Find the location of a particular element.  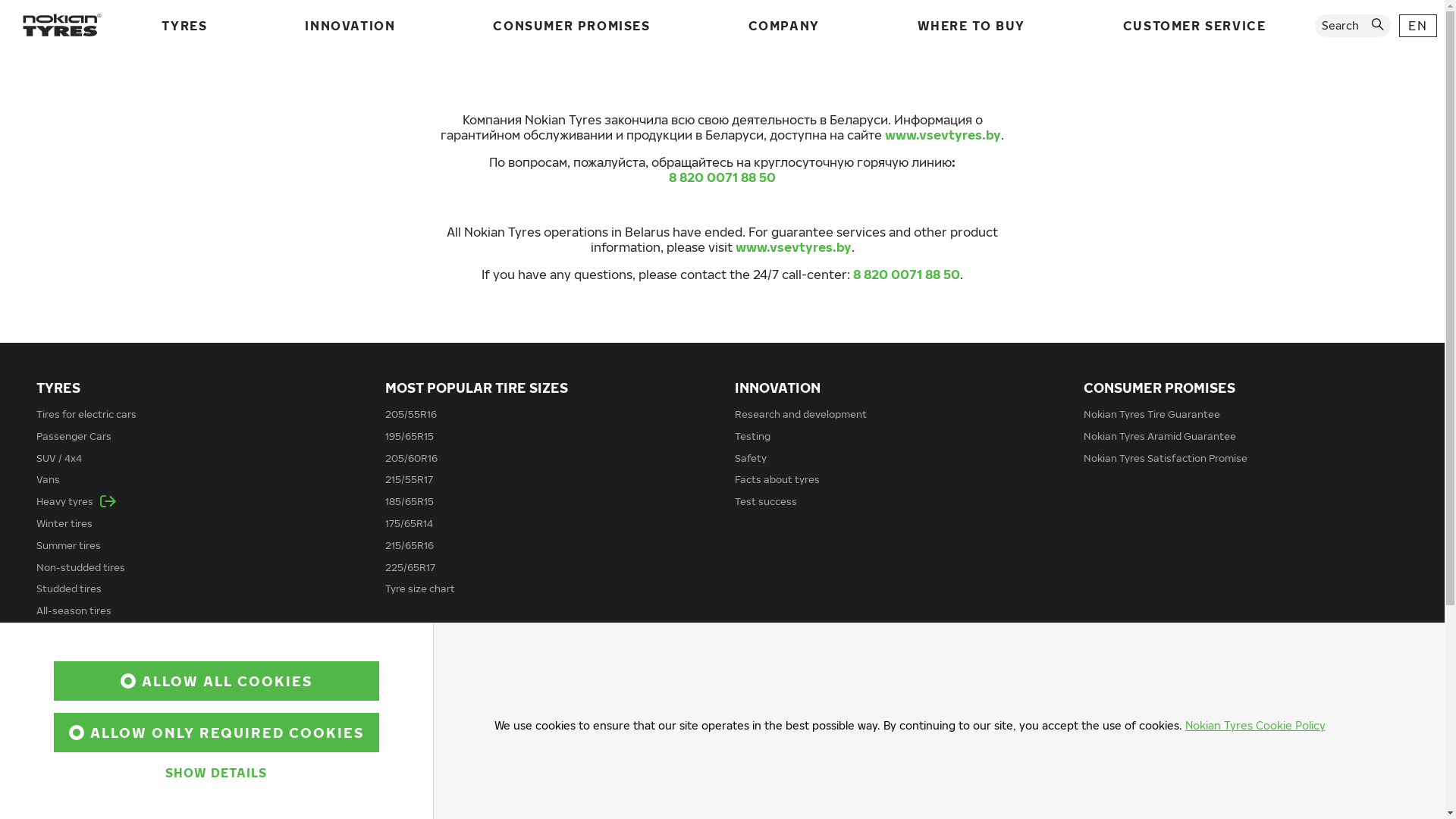

'Testing' is located at coordinates (752, 435).